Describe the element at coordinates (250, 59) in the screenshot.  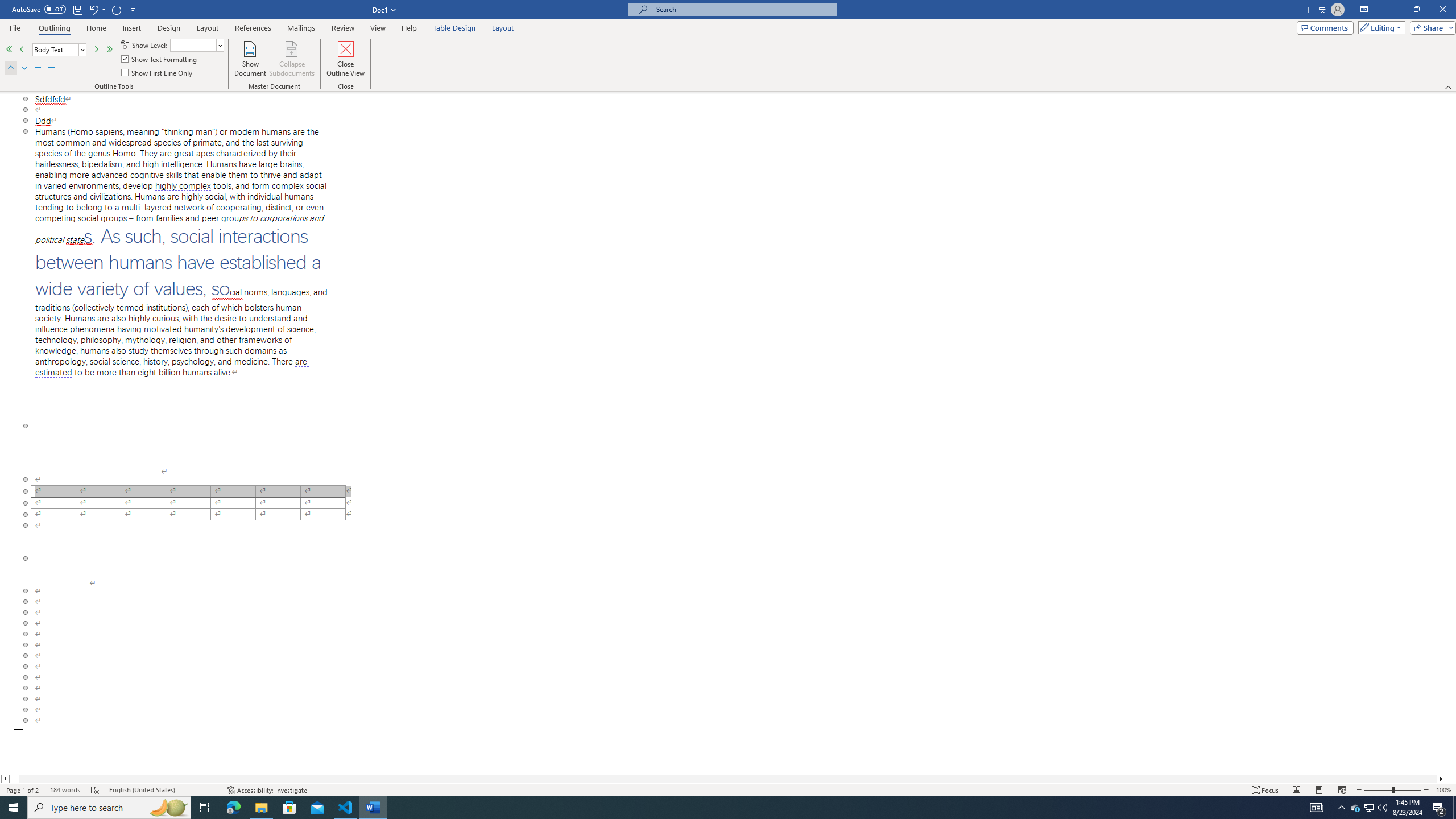
I see `'Show Document'` at that location.